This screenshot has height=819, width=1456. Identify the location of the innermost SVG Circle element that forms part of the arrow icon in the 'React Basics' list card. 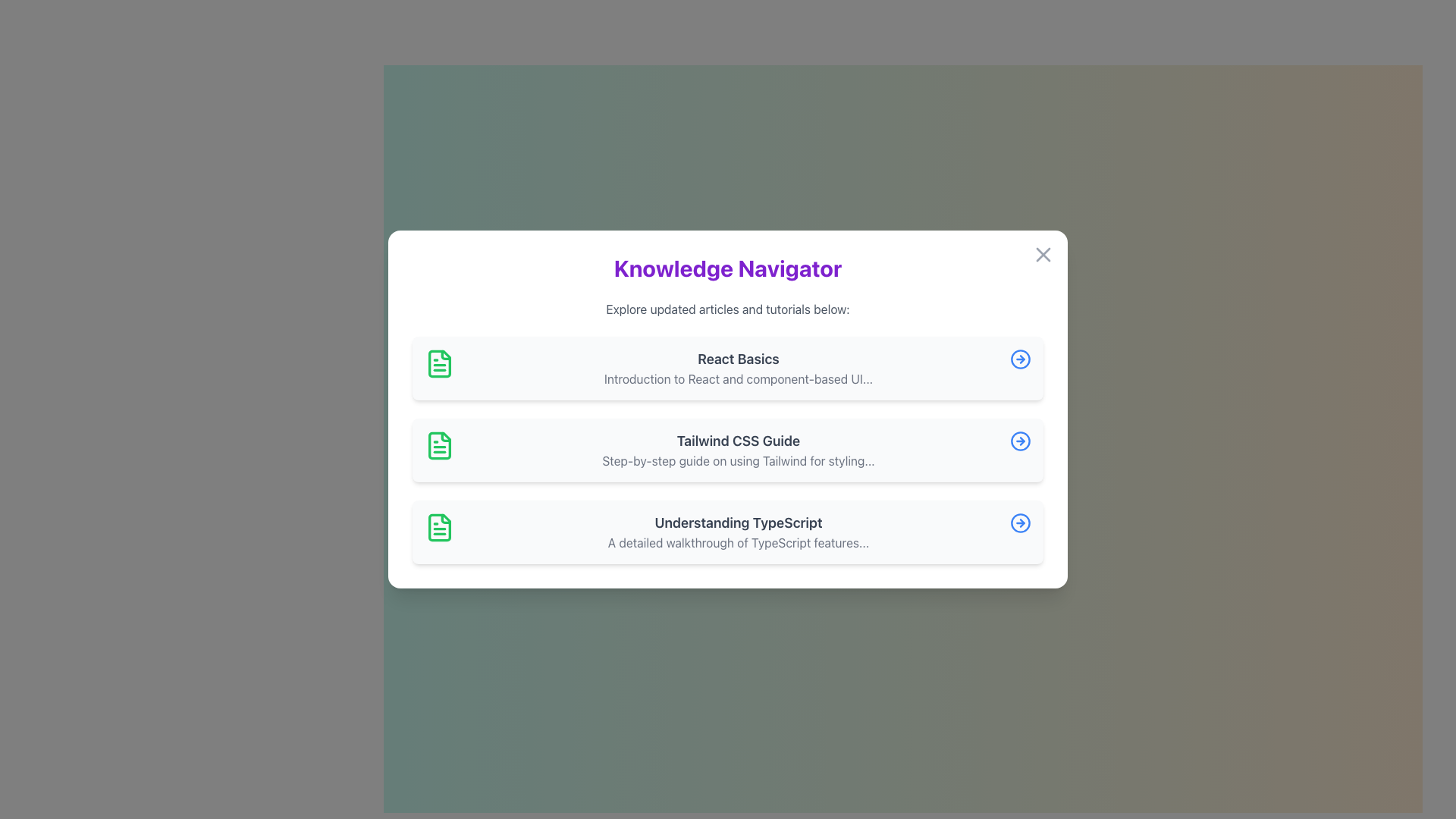
(1020, 359).